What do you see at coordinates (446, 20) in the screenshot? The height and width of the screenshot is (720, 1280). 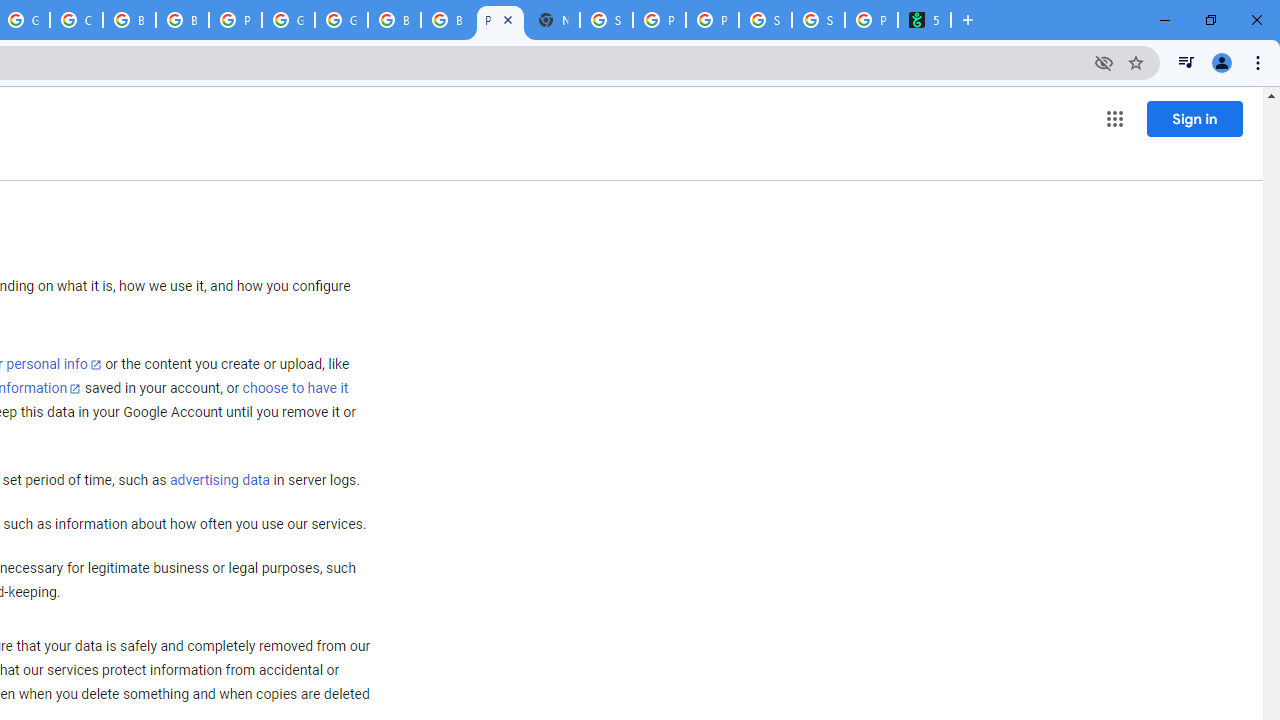 I see `'Browse Chrome as a guest - Computer - Google Chrome Help'` at bounding box center [446, 20].